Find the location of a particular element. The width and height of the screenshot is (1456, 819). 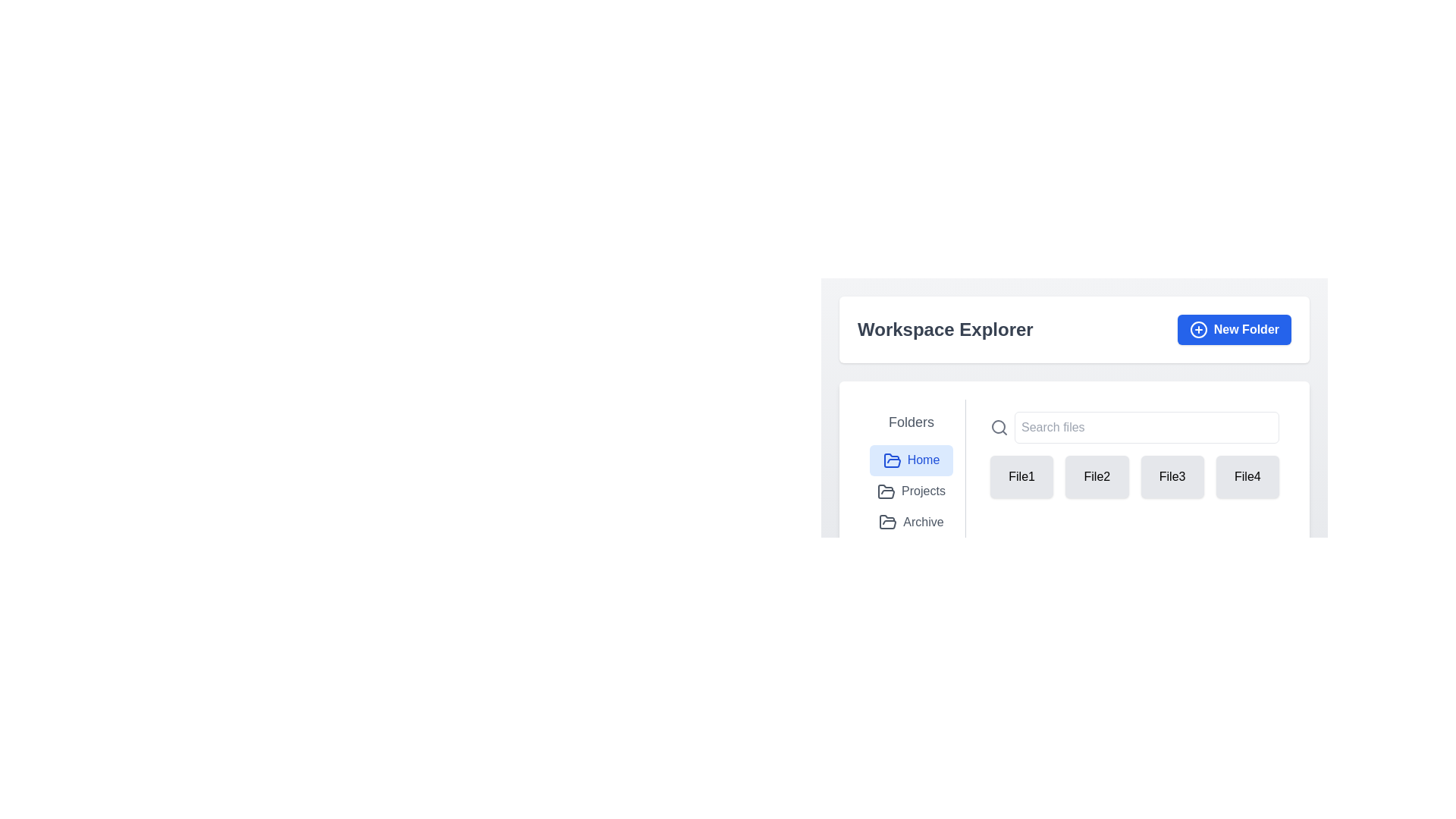

the 'Projects' navigation item with an open folder icon for visual feedback is located at coordinates (910, 491).